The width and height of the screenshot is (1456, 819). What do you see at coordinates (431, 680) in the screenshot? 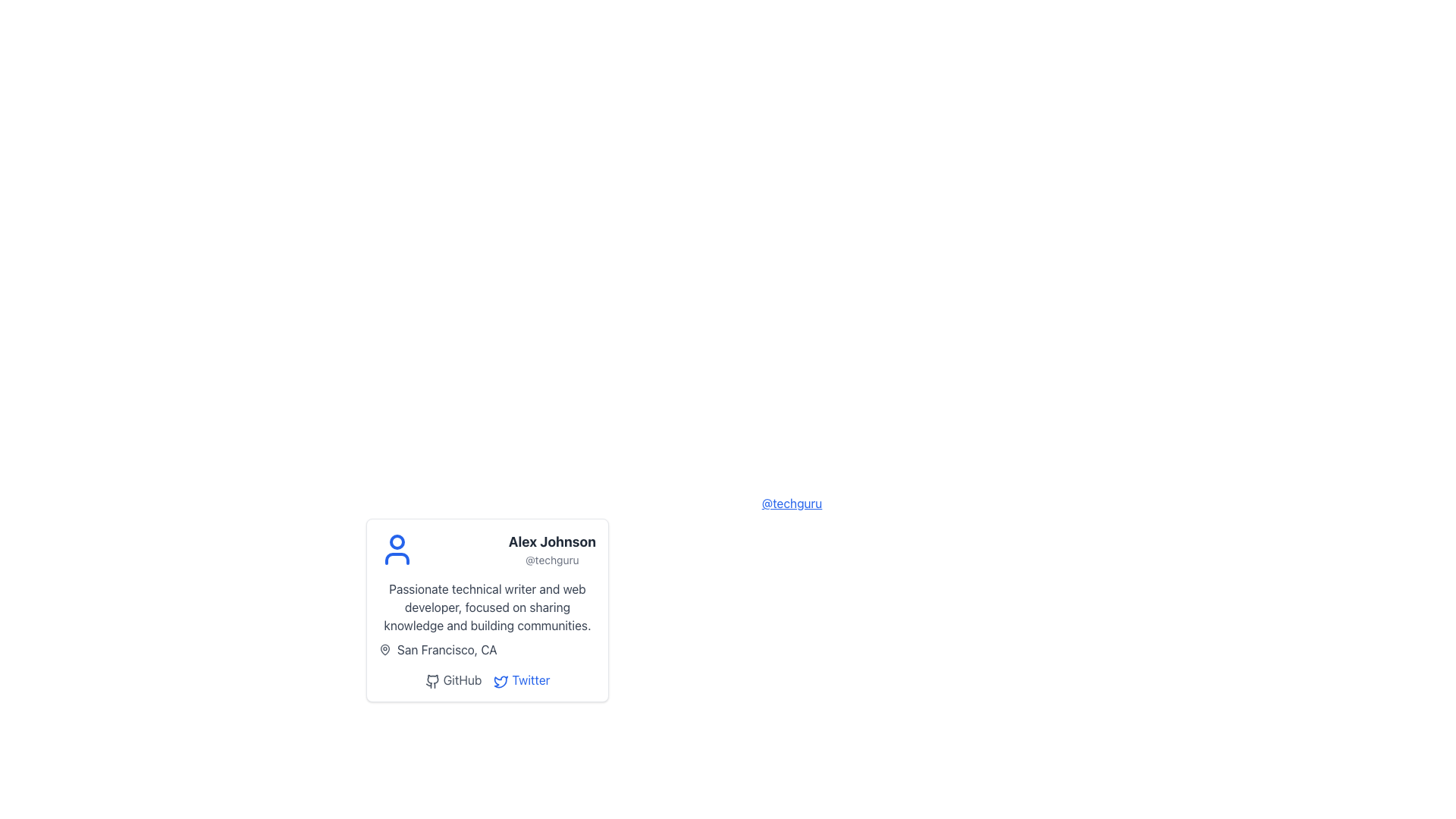
I see `the GitHub icon located in the bottom-left corner of the main layout to follow the hyperlink to GitHub's website` at bounding box center [431, 680].